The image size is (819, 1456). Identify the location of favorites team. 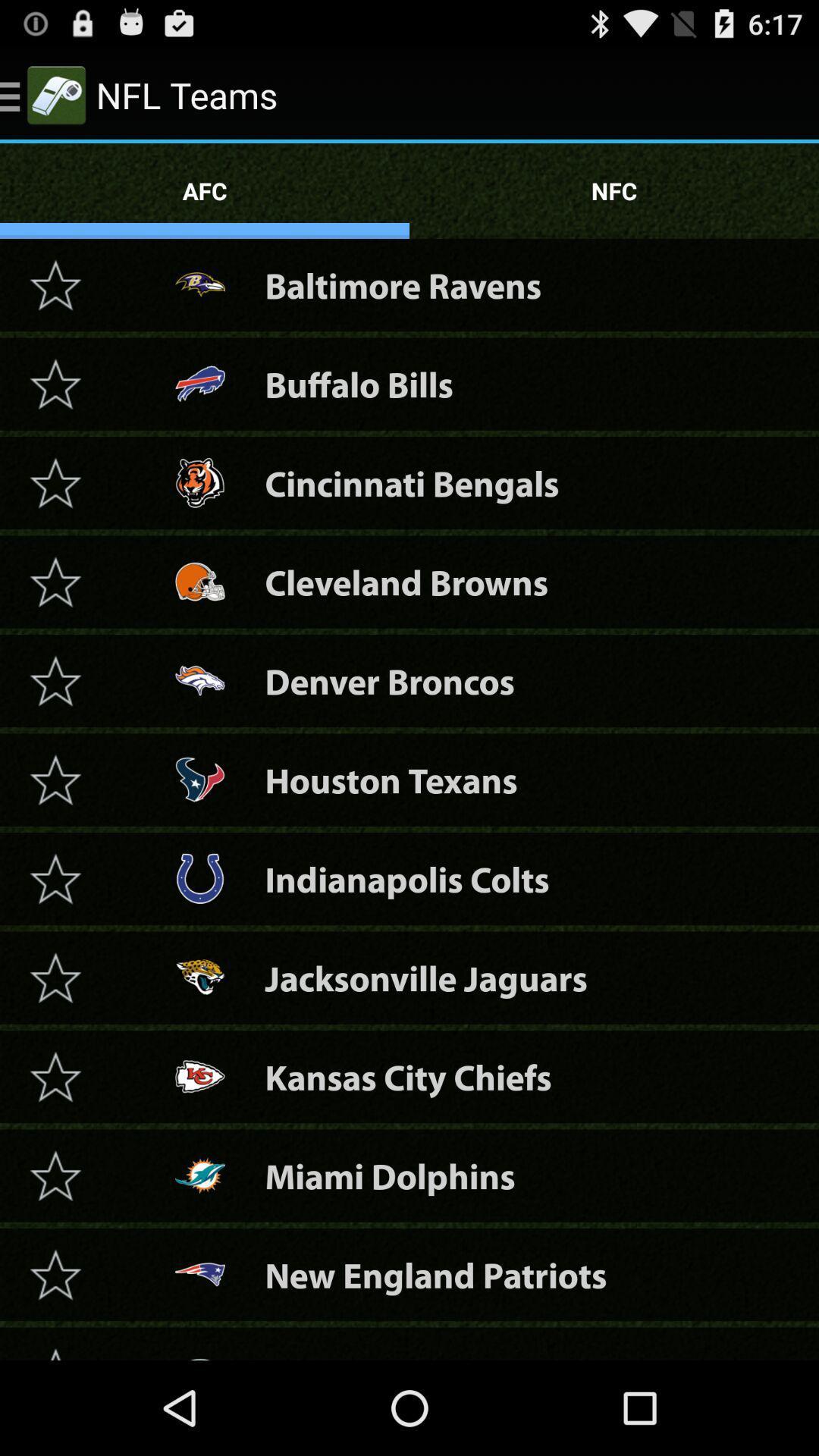
(55, 581).